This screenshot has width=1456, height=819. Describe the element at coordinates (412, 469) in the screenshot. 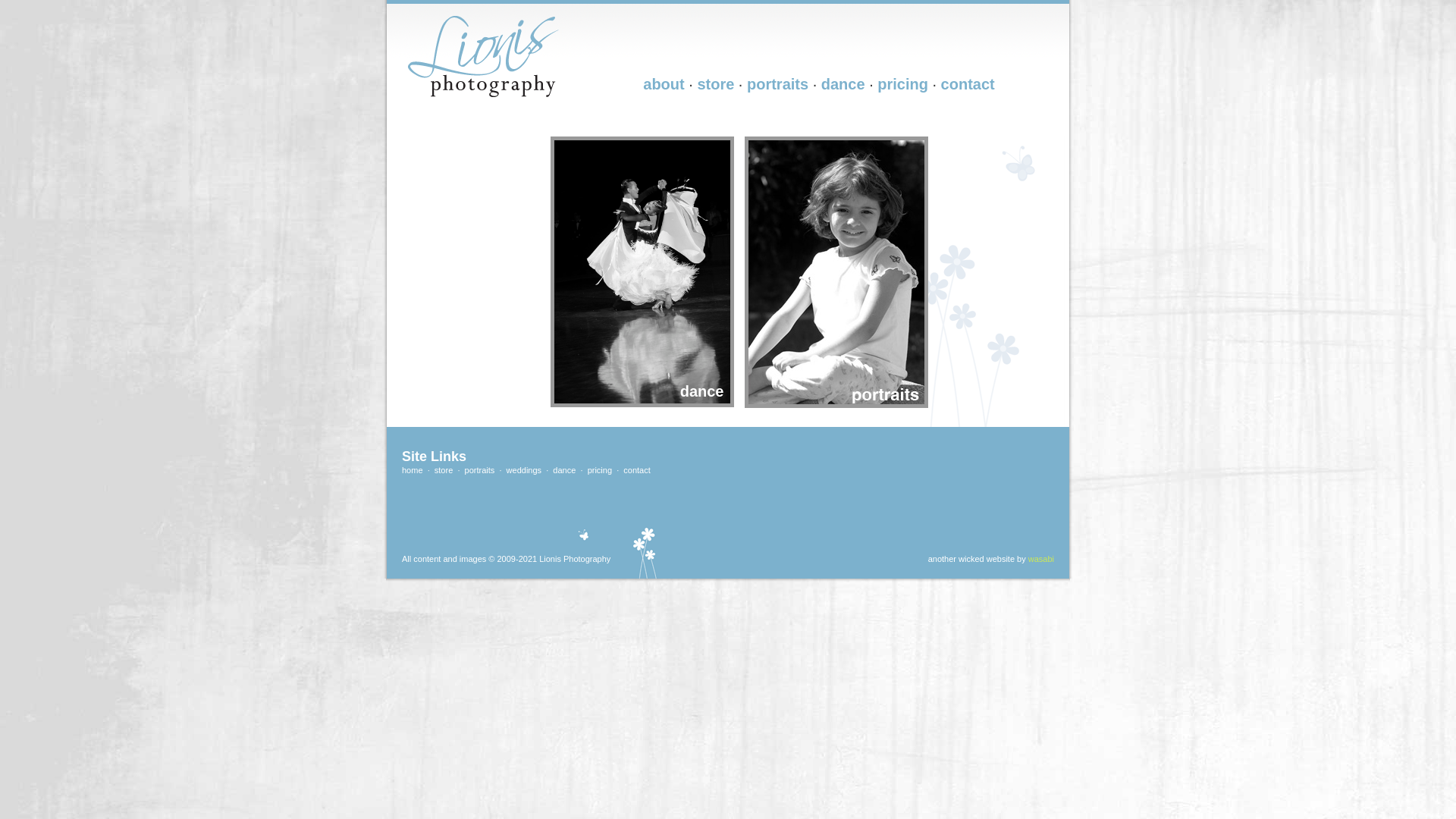

I see `'home'` at that location.